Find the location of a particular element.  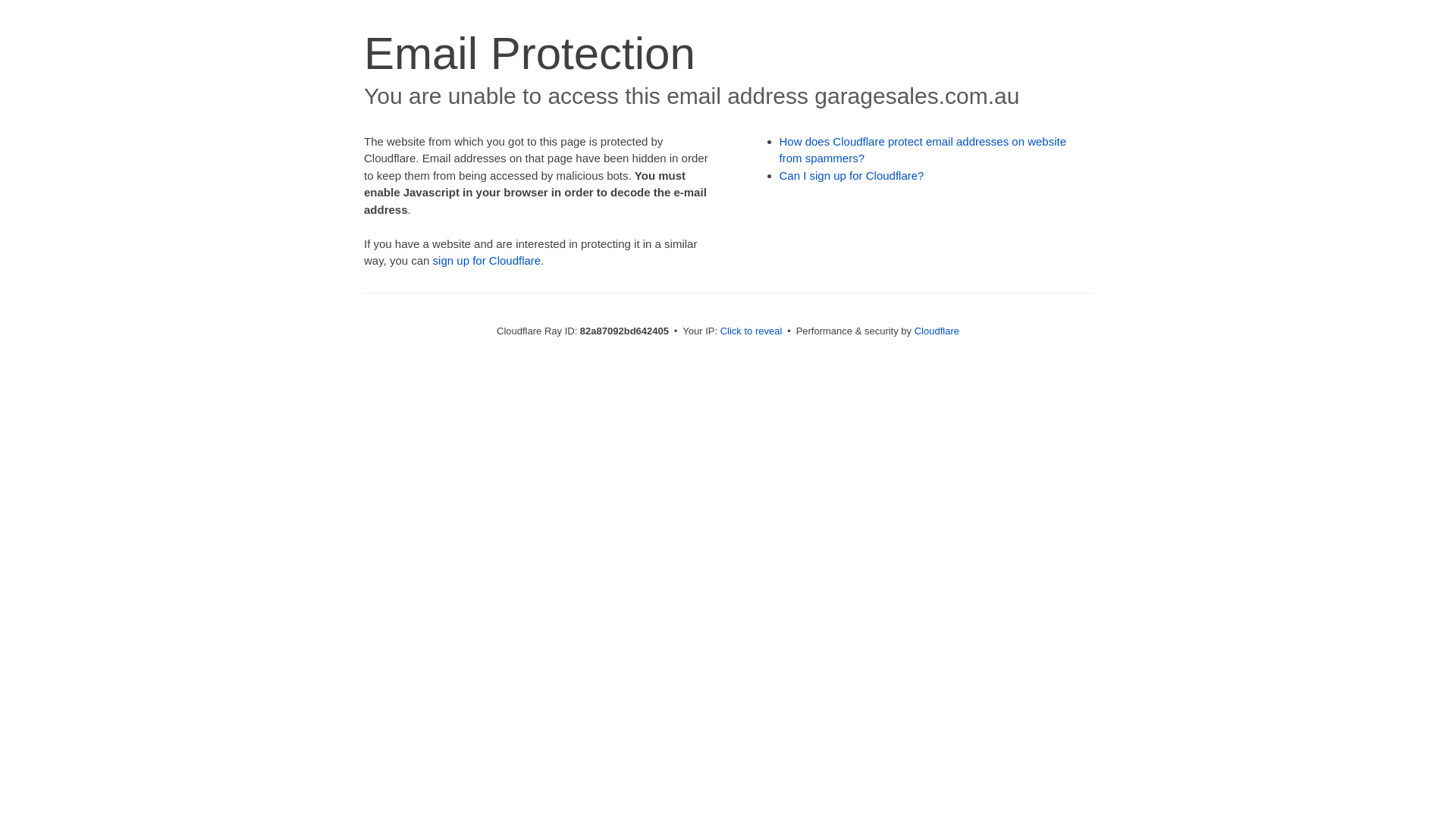

'sign up for Cloudflare' is located at coordinates (487, 259).